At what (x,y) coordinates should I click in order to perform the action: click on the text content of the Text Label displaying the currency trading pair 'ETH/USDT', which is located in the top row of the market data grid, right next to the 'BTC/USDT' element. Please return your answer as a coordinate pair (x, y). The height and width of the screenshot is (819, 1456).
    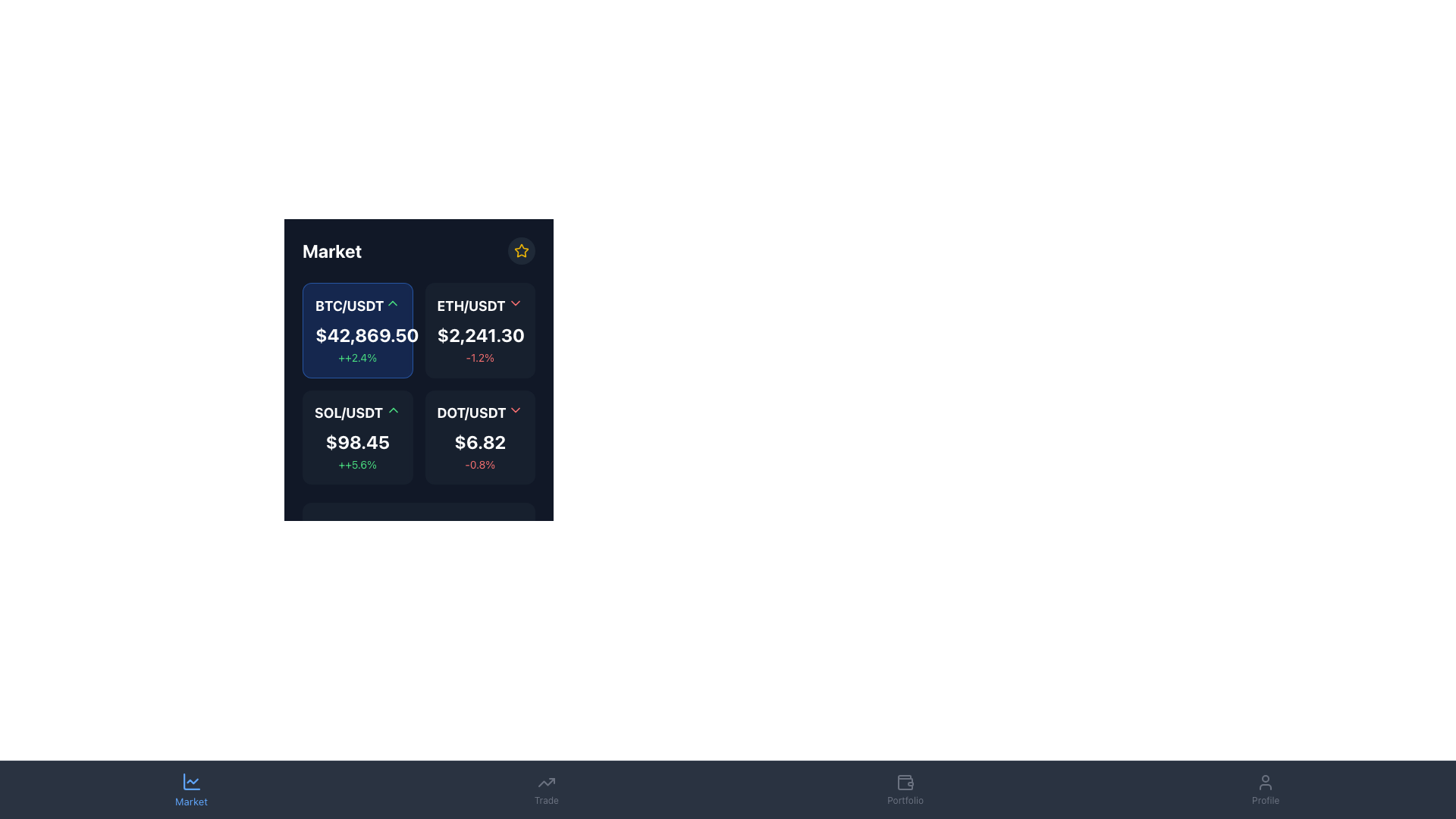
    Looking at the image, I should click on (470, 306).